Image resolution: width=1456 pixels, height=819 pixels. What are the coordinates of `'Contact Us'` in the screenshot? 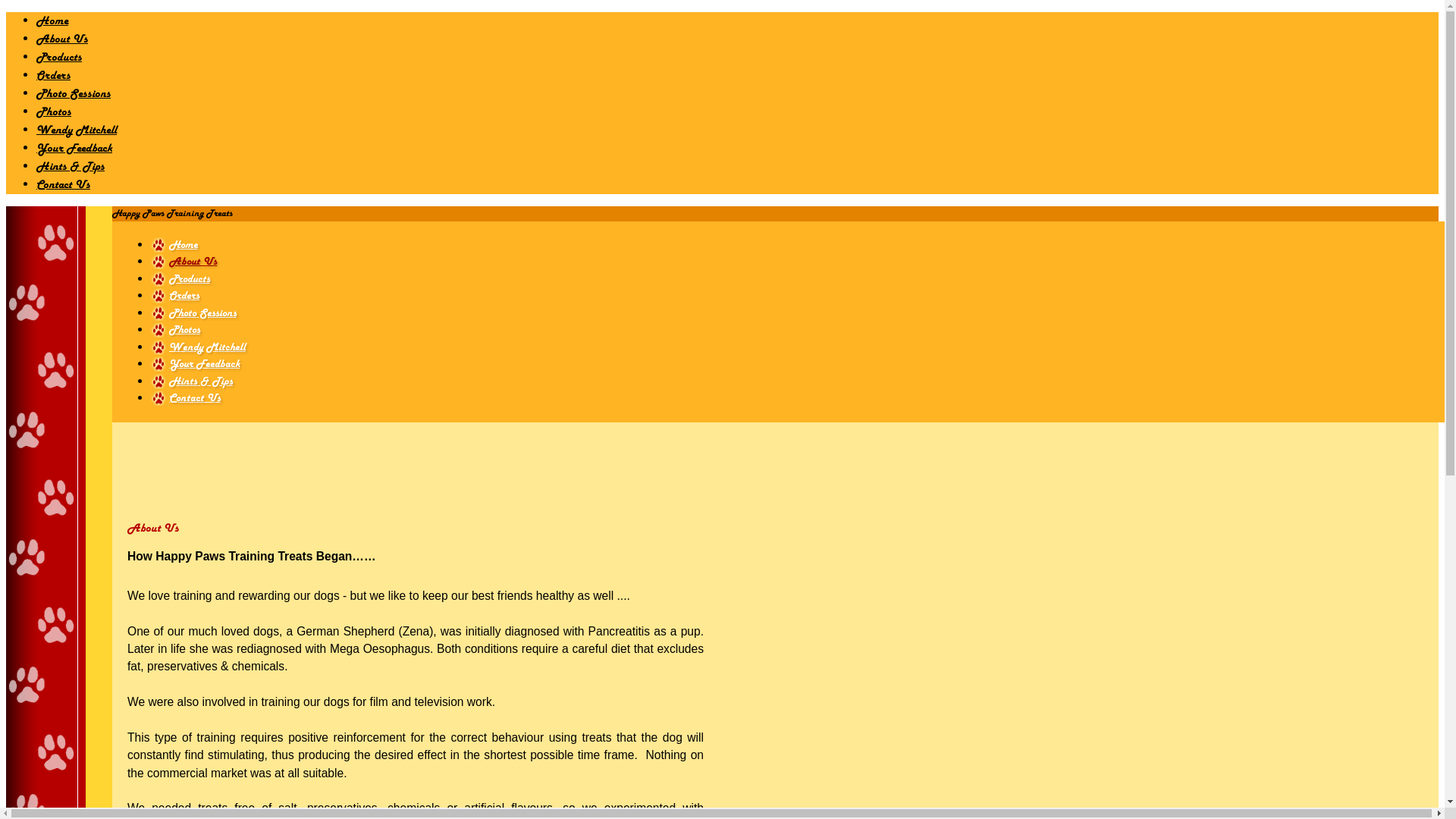 It's located at (184, 397).